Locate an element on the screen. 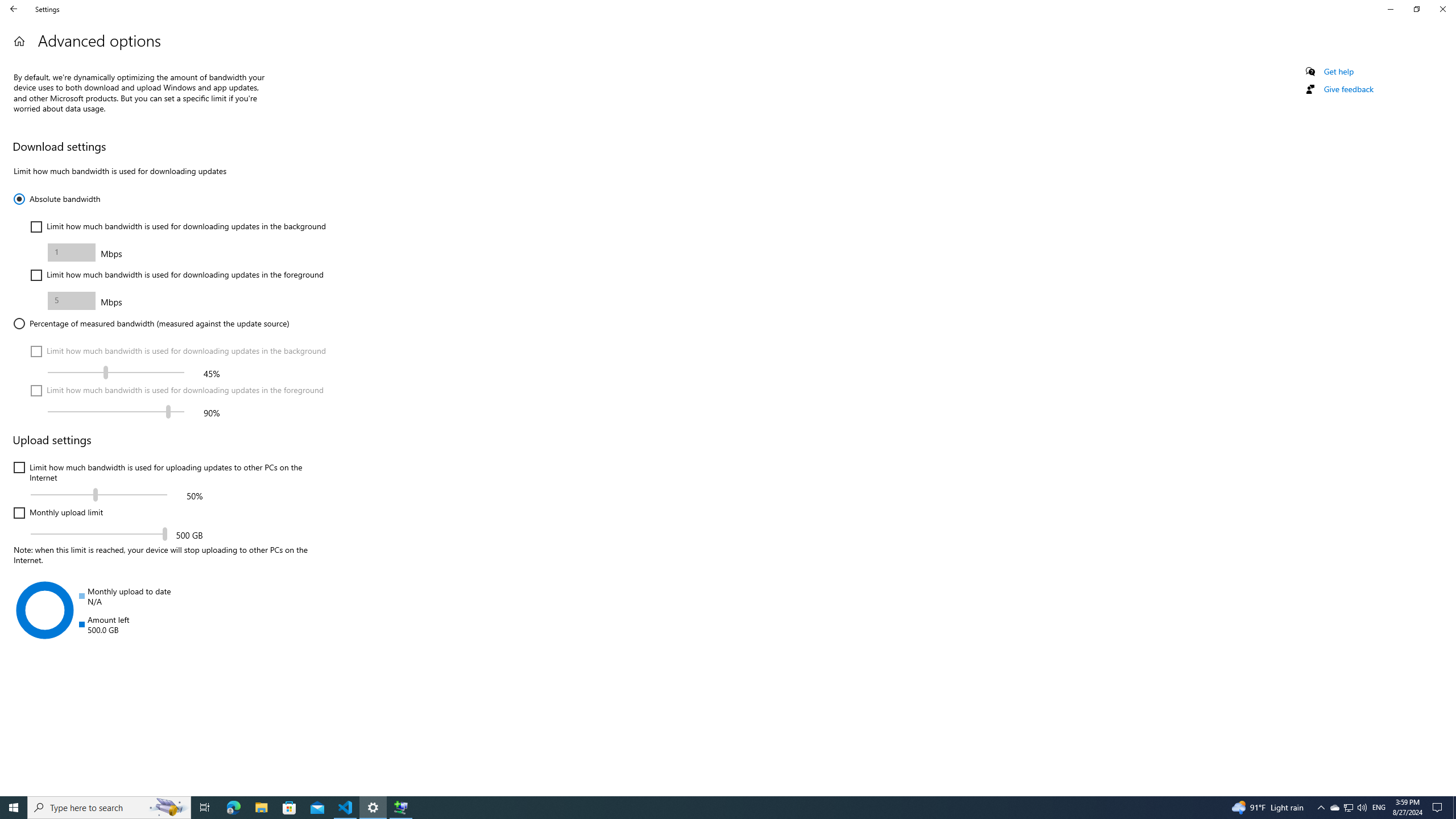 This screenshot has height=819, width=1456. 'Monthly upload limit' is located at coordinates (57, 512).